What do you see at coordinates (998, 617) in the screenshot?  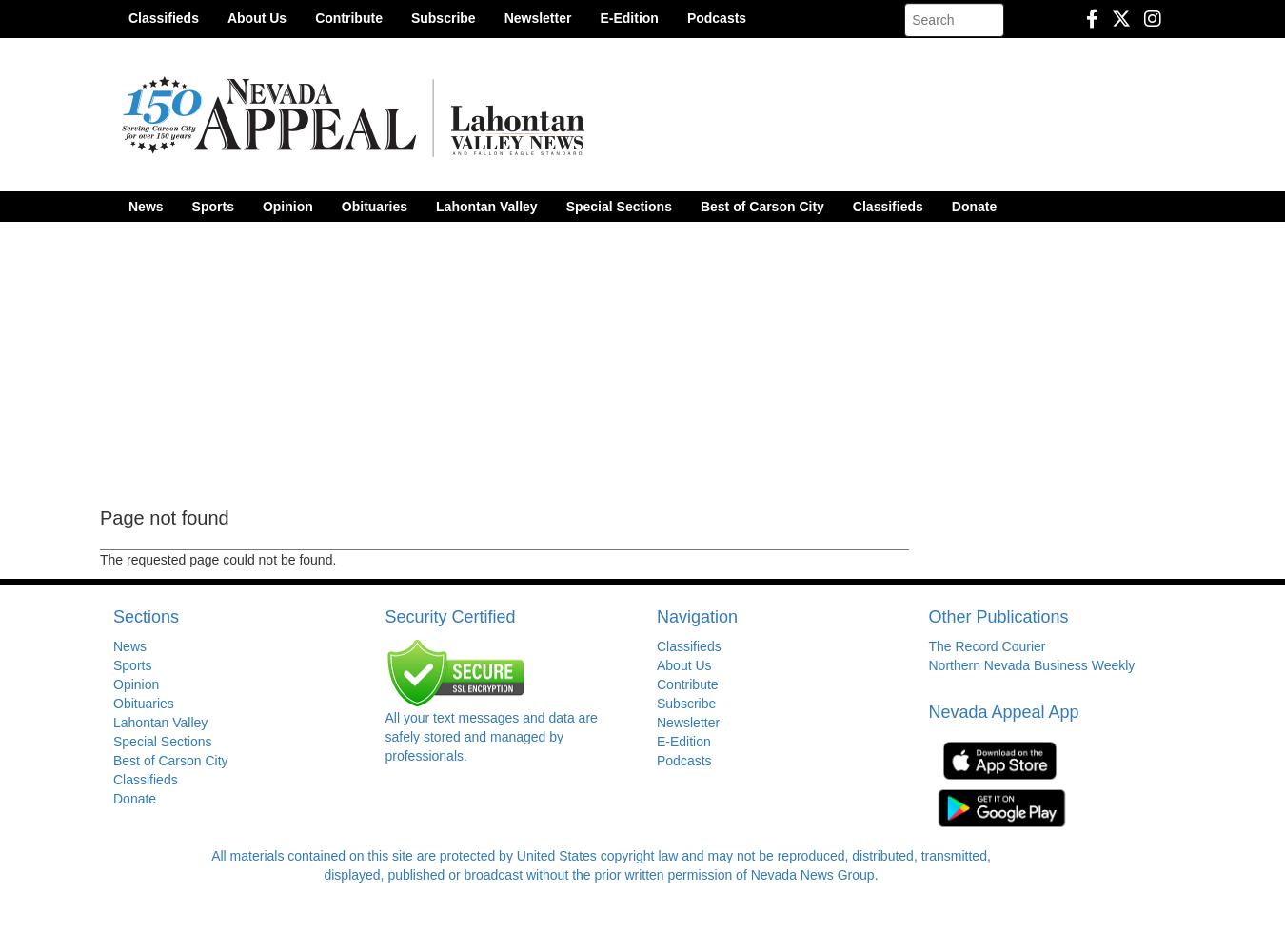 I see `'Other Publications'` at bounding box center [998, 617].